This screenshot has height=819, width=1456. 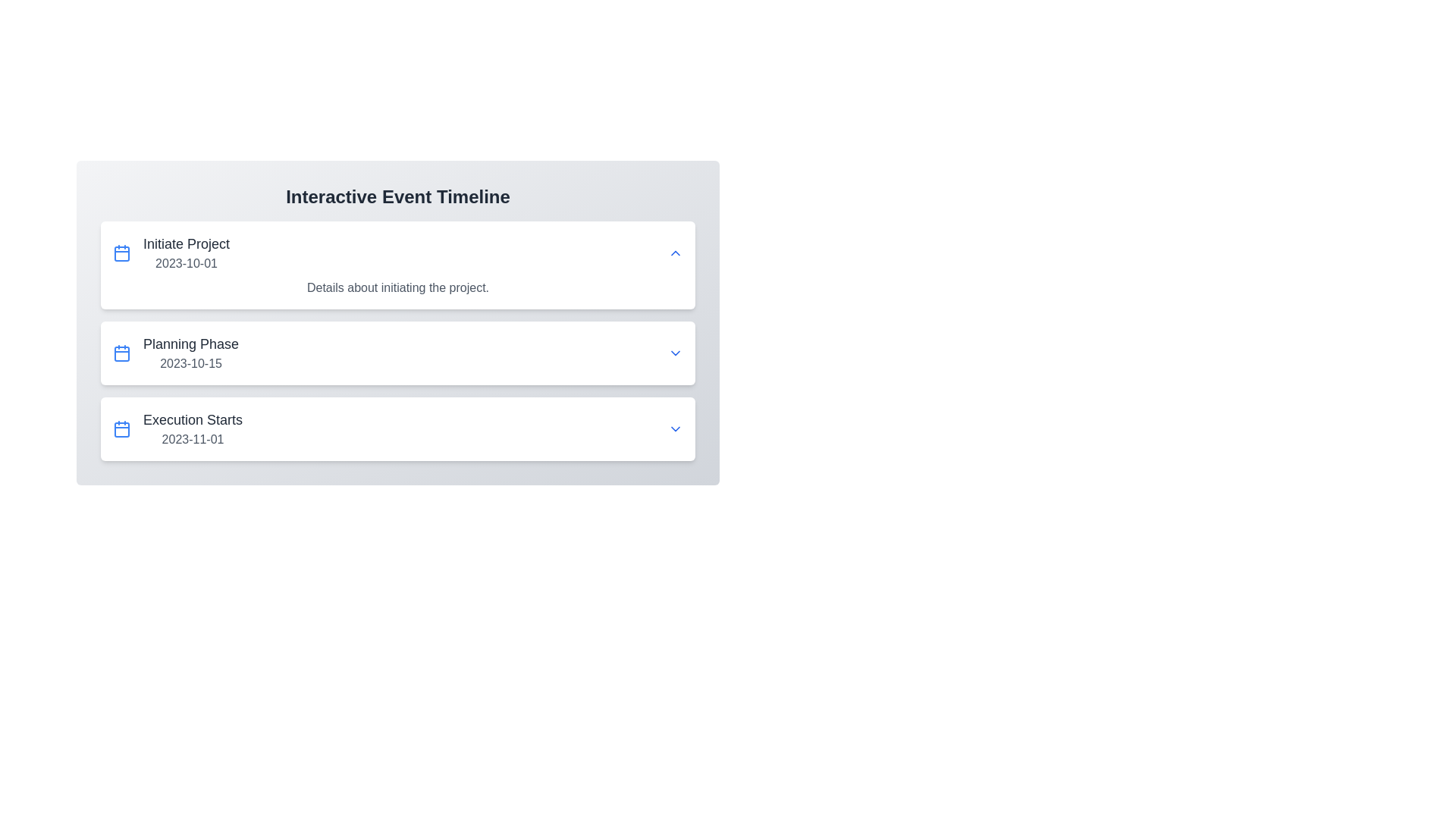 I want to click on text from the Text Block titled 'Initiate Project' which has a larger, bold font for the title and a smaller font displaying the date '2023-10-01', located at the top of the 'Interactive Event Timeline' section, so click(x=185, y=253).